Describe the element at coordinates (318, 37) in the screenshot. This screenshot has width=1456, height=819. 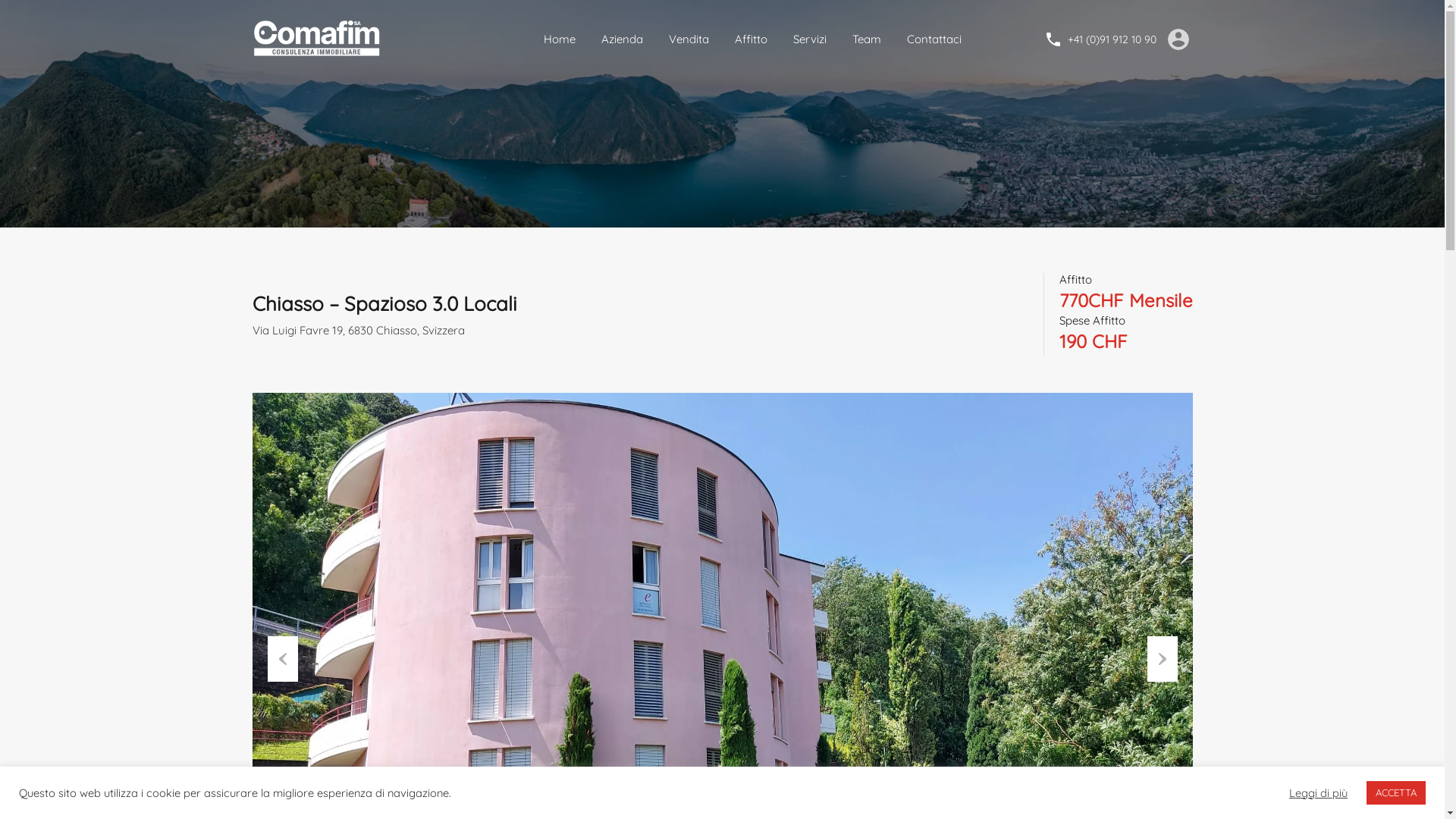
I see `'Comafim SA'` at that location.